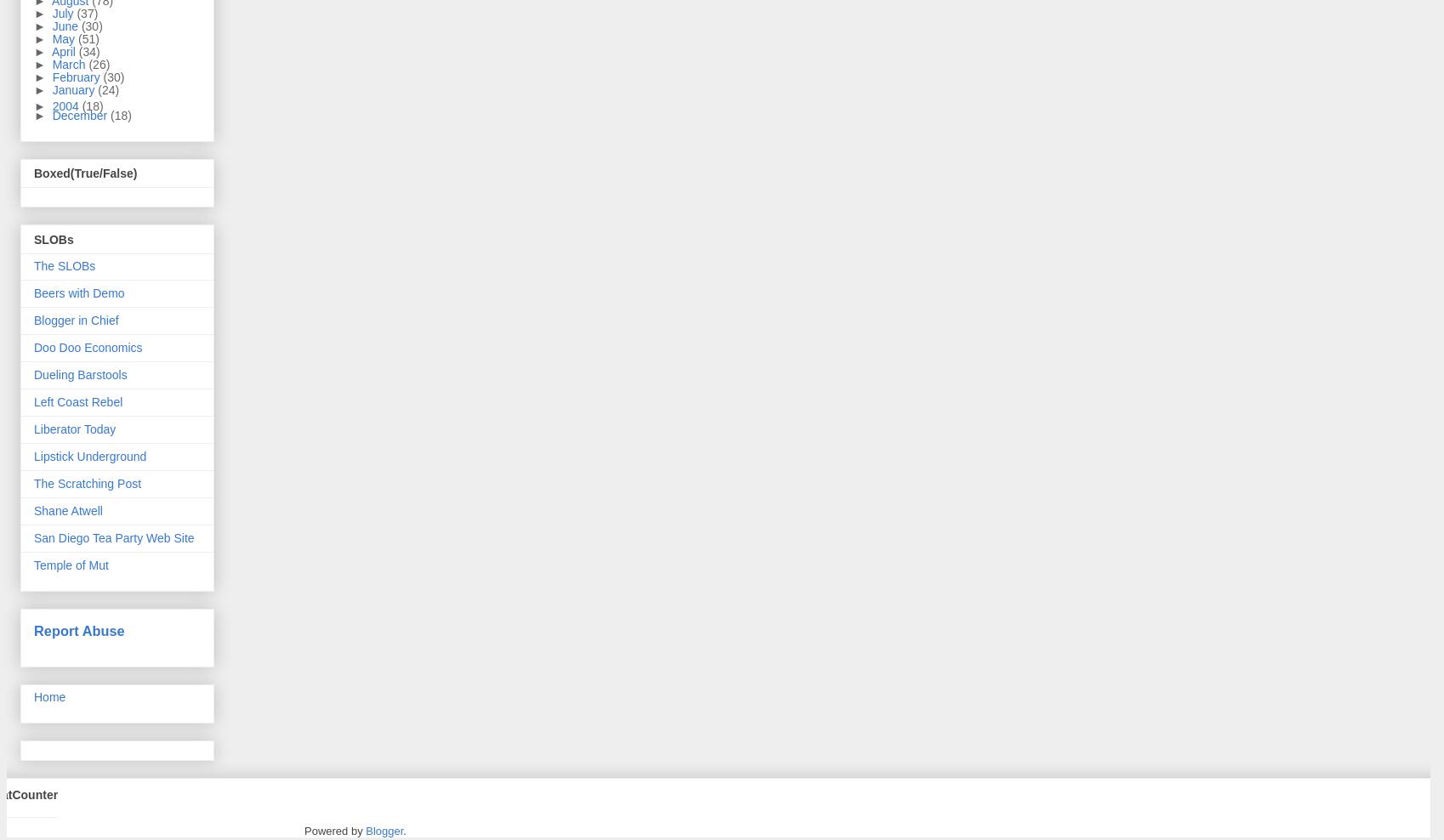 The height and width of the screenshot is (840, 1444). What do you see at coordinates (34, 265) in the screenshot?
I see `'The SLOBs'` at bounding box center [34, 265].